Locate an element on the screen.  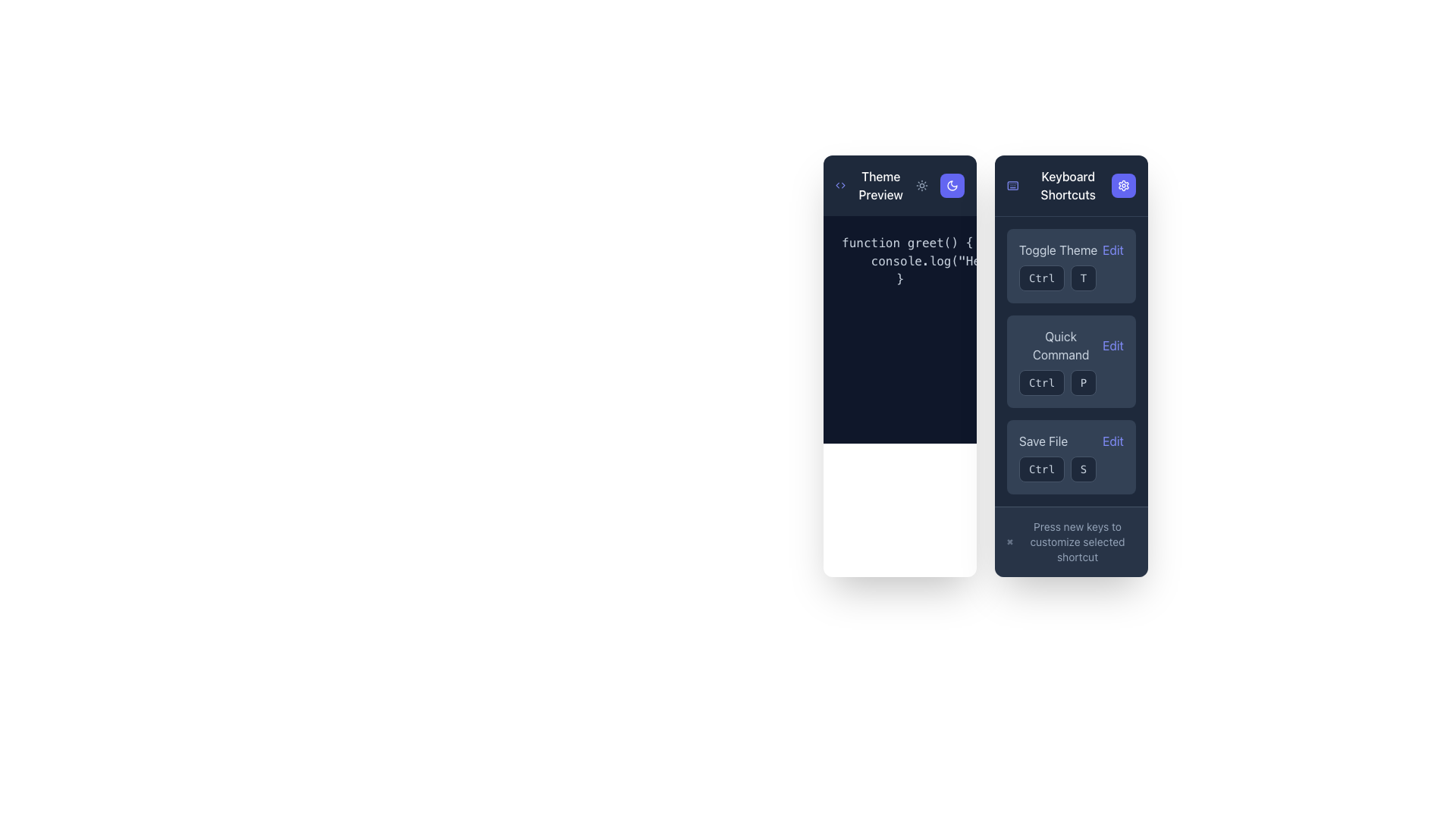
the indigo square icon resembling angle brackets ('<>') located to the left of the 'Theme Preview' text is located at coordinates (839, 185).